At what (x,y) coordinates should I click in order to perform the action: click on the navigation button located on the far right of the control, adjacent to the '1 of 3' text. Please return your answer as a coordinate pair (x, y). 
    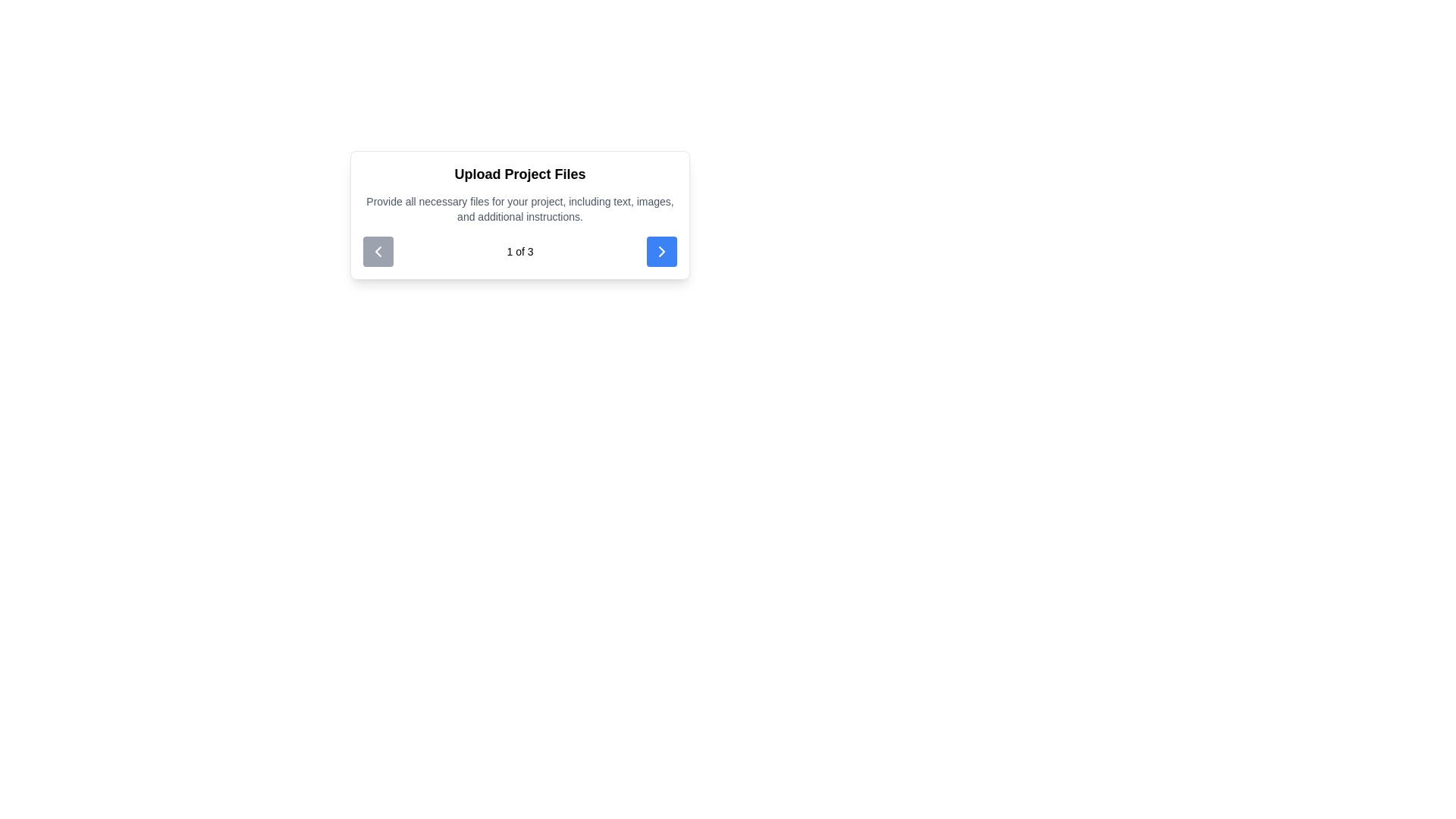
    Looking at the image, I should click on (662, 250).